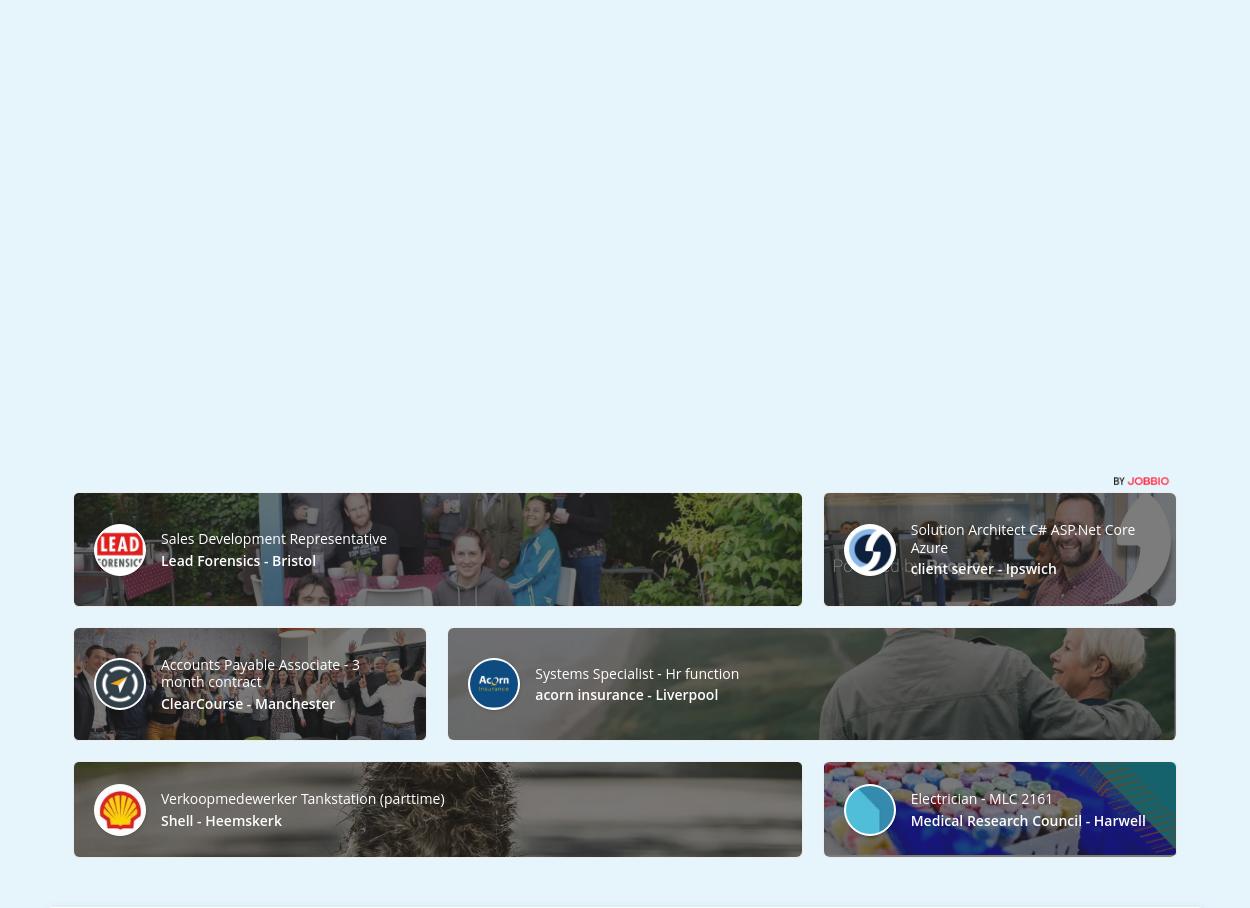 This screenshot has width=1250, height=908. What do you see at coordinates (220, 819) in the screenshot?
I see `'Shell - Heemskerk'` at bounding box center [220, 819].